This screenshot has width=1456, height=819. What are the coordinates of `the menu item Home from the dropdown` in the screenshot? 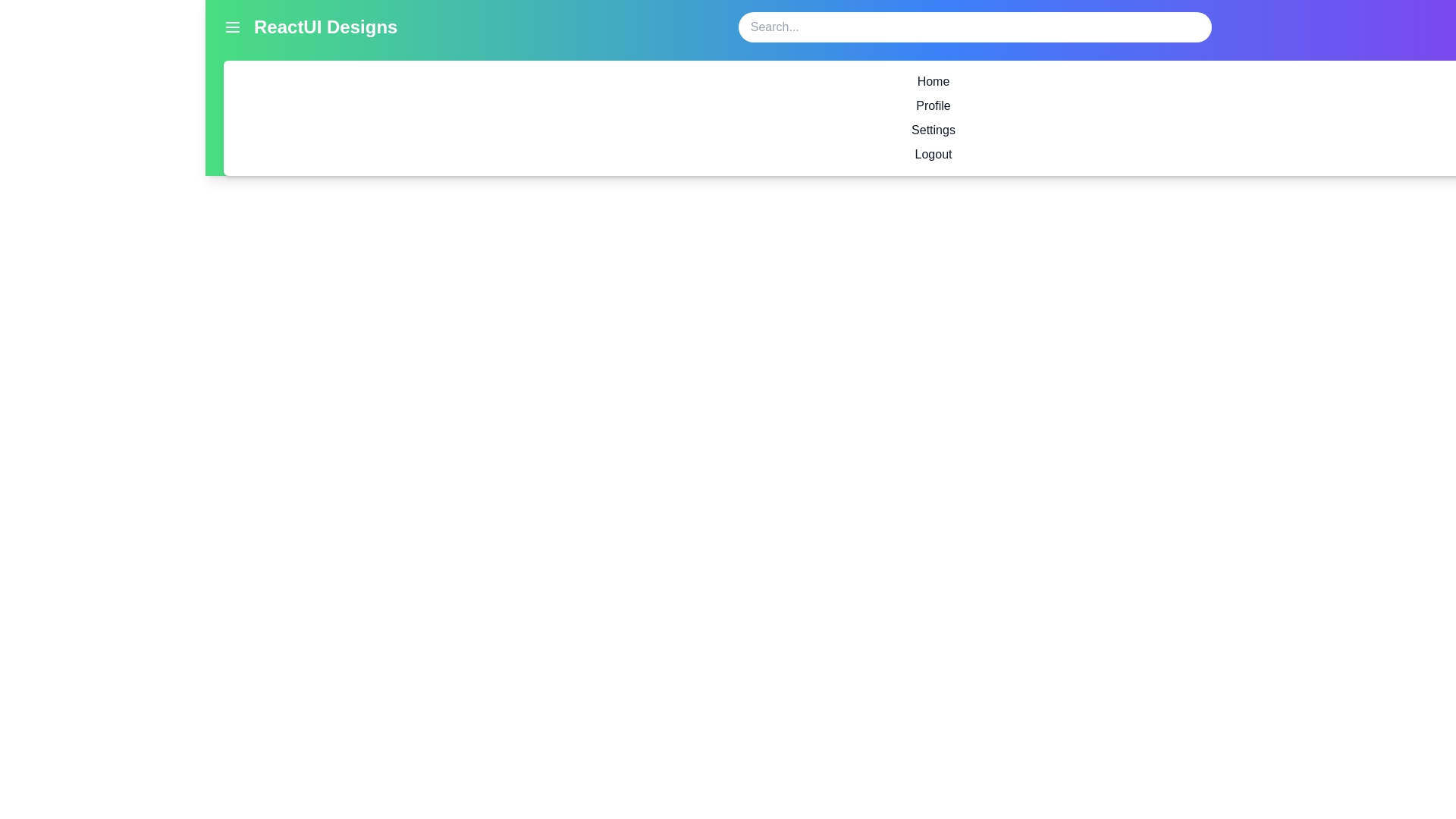 It's located at (932, 82).